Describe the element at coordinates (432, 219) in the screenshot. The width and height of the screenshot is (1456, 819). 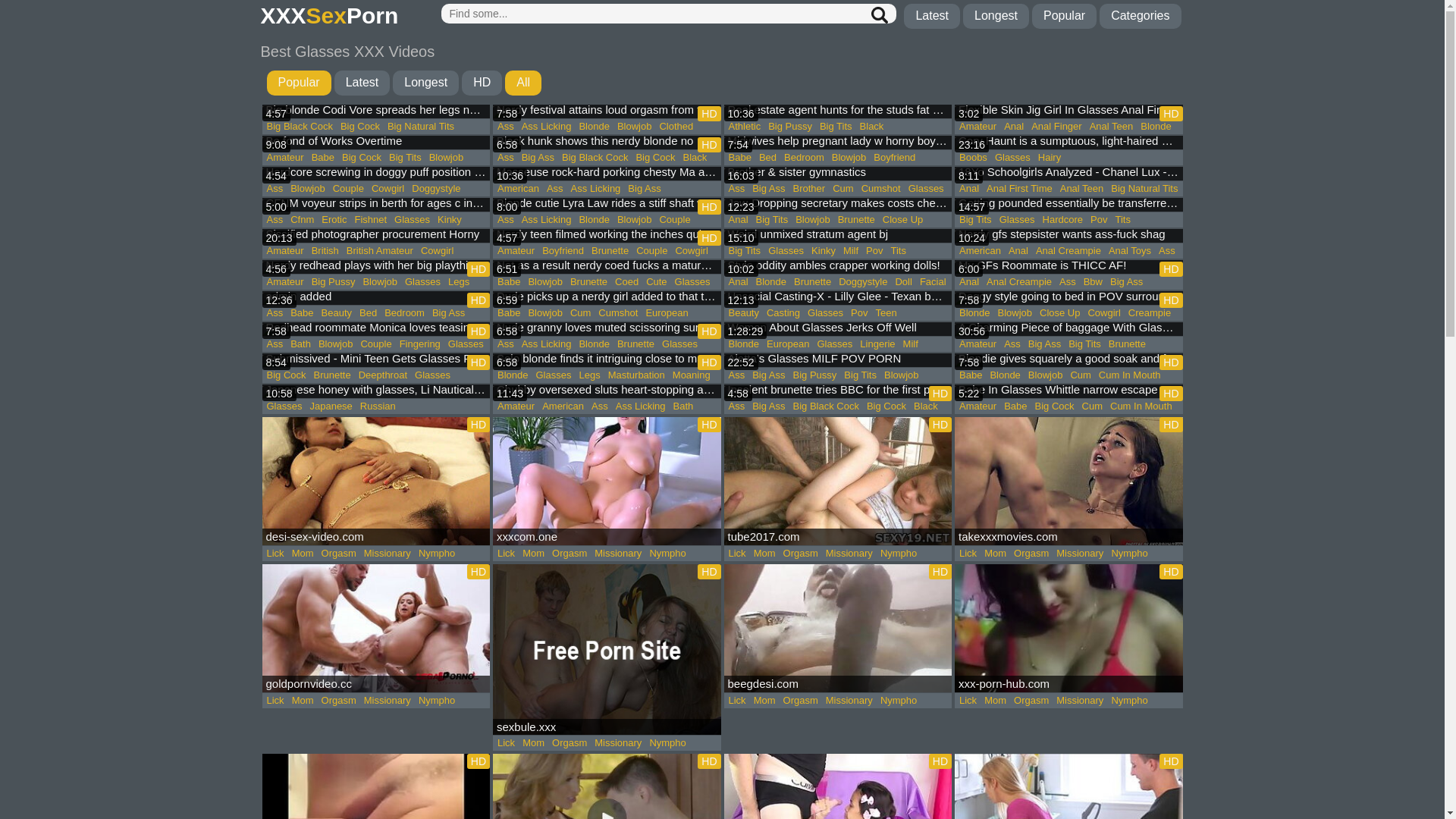
I see `'Kinky'` at that location.